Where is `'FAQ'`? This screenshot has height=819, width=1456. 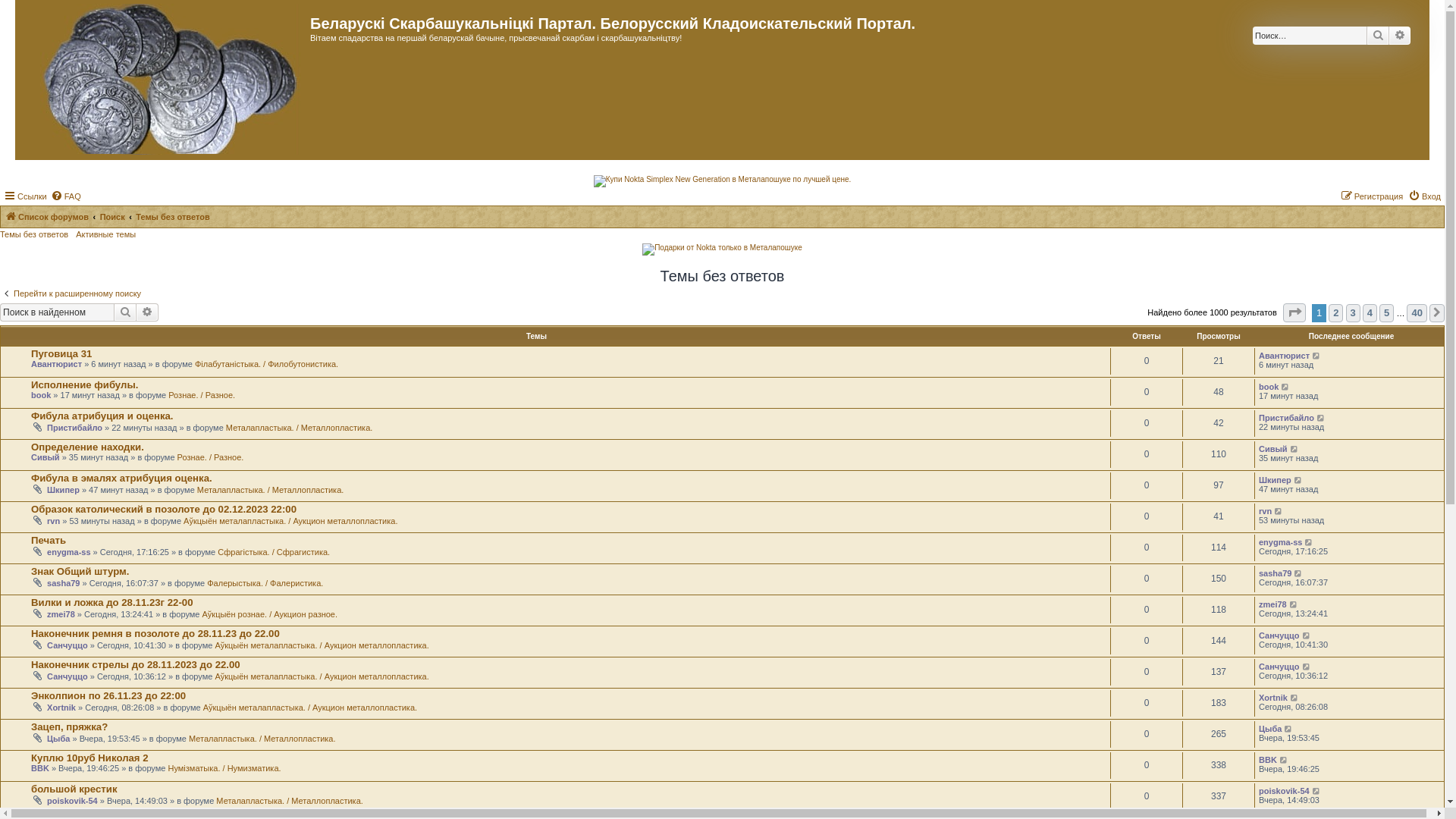 'FAQ' is located at coordinates (51, 195).